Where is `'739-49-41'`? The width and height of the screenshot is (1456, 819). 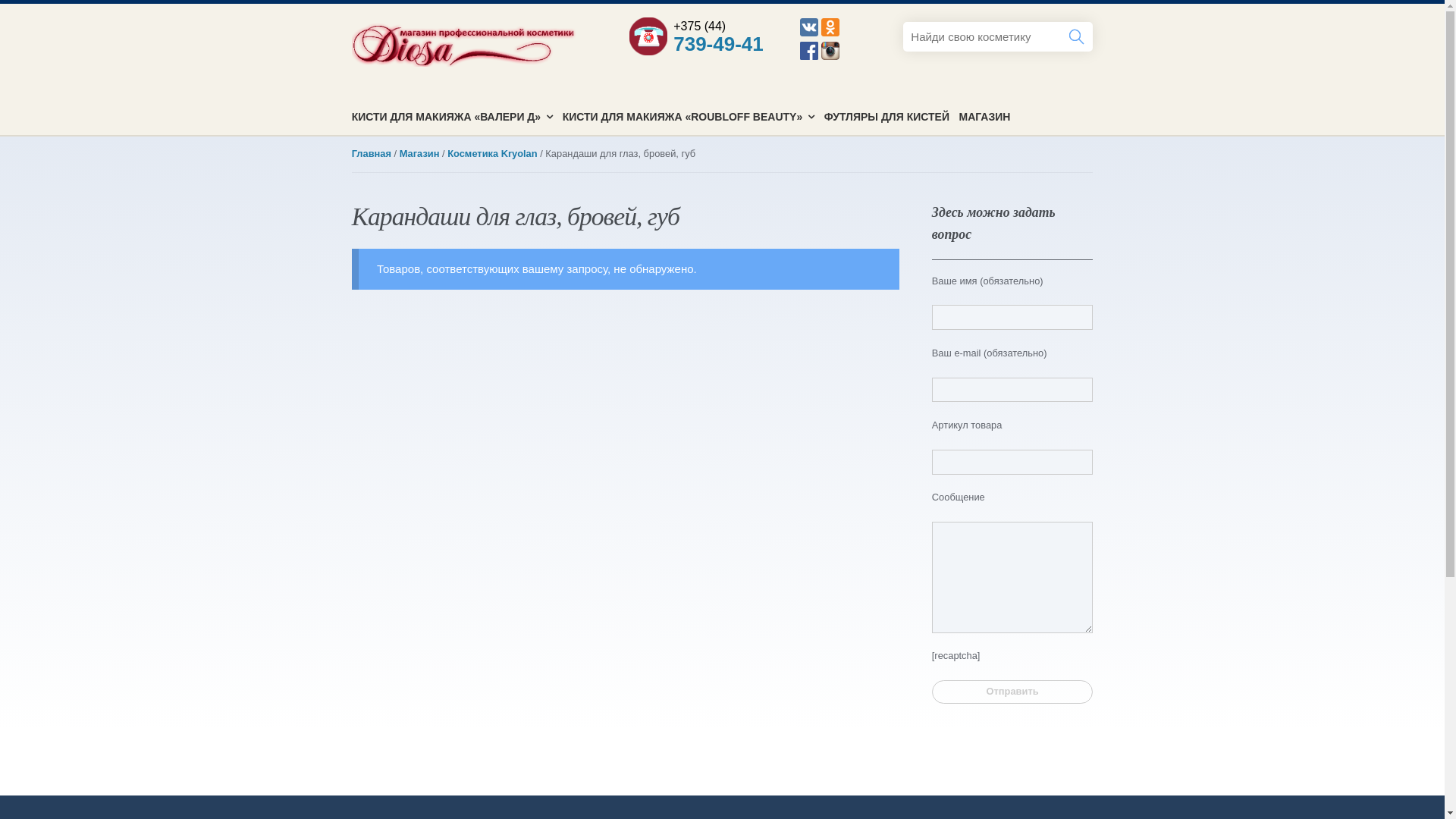
'739-49-41' is located at coordinates (717, 42).